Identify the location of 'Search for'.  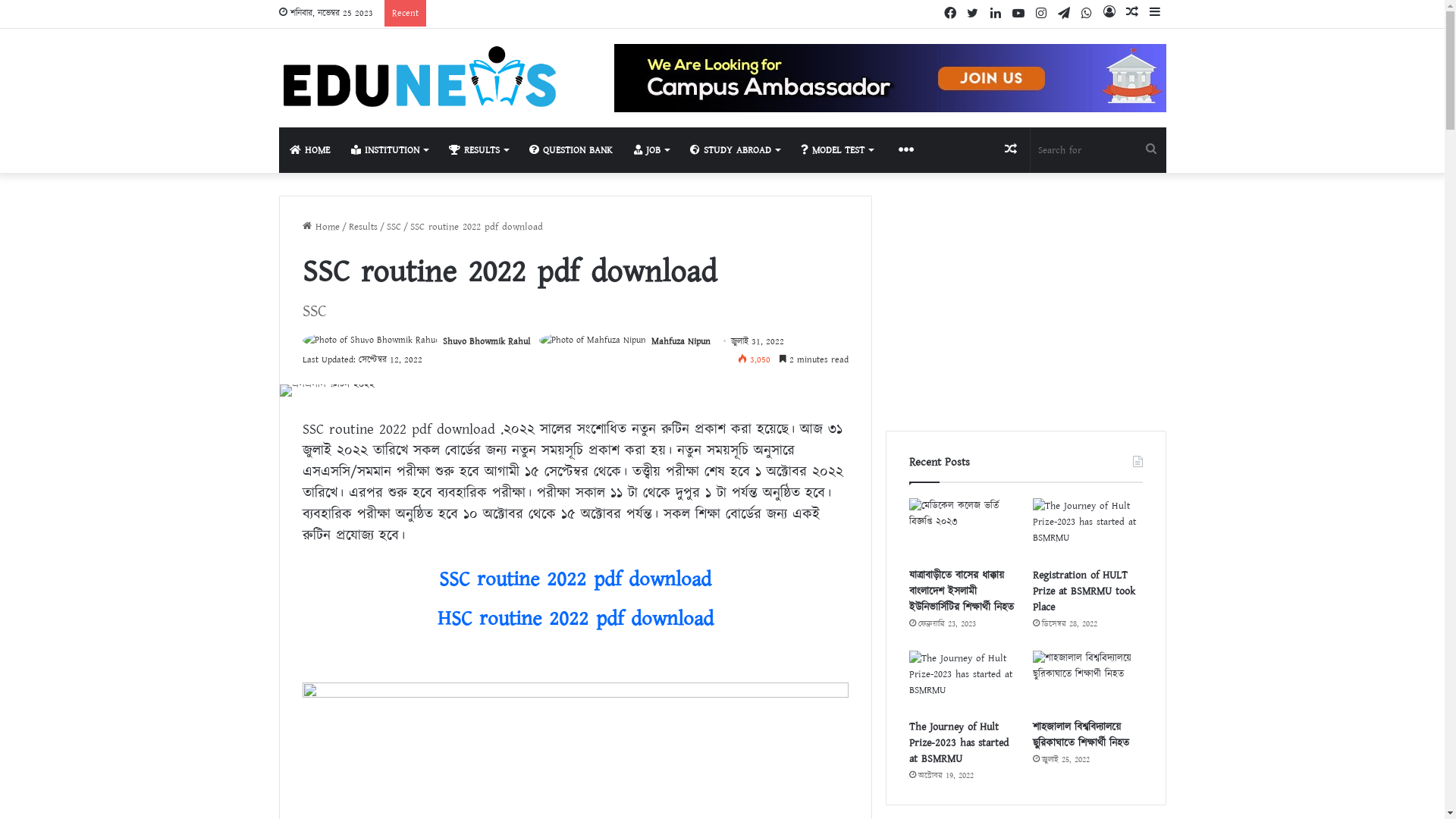
(1150, 149).